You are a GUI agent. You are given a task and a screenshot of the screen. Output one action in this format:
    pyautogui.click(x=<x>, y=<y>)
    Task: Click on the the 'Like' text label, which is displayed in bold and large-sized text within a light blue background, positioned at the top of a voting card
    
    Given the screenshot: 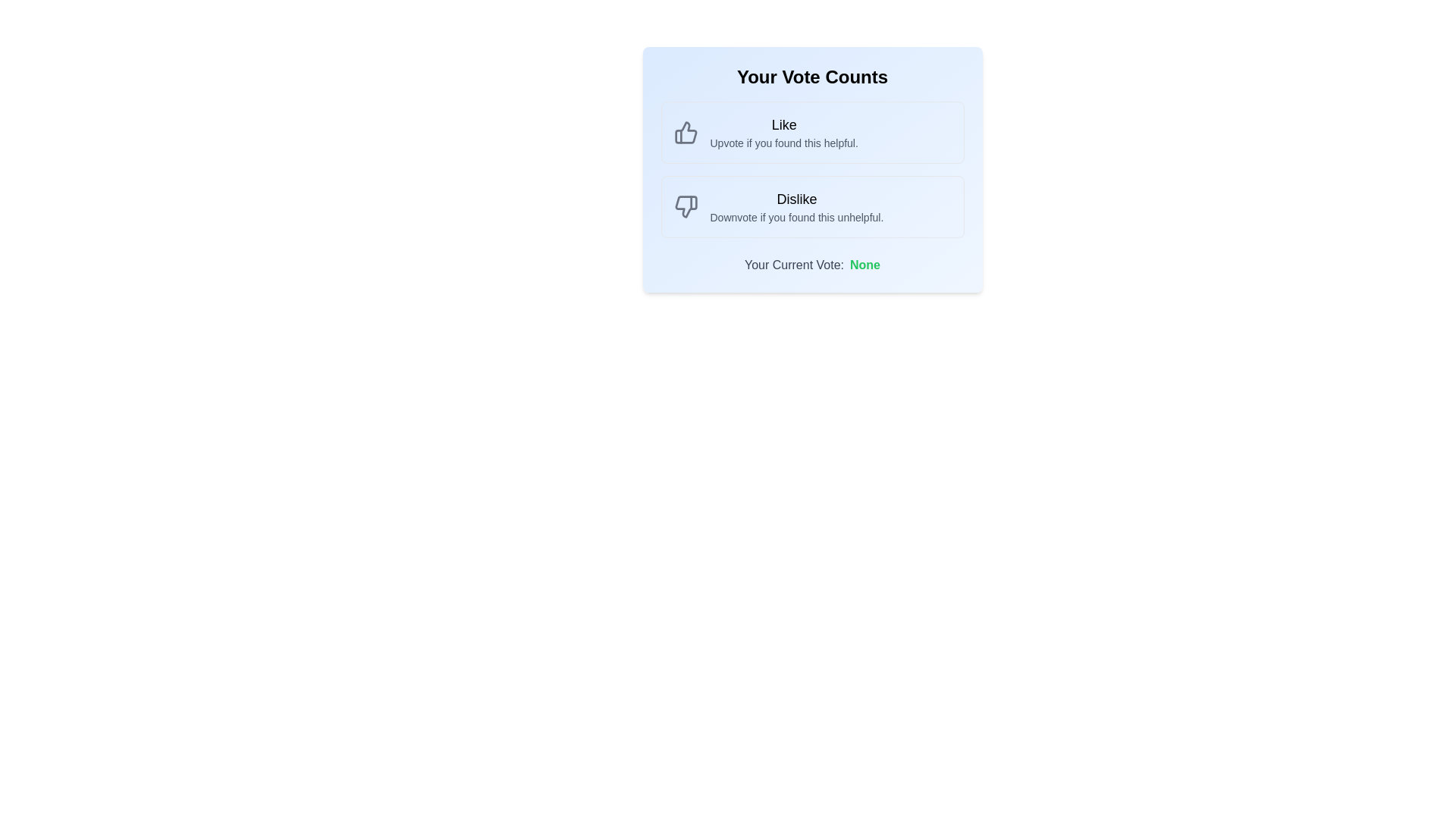 What is the action you would take?
    pyautogui.click(x=784, y=124)
    